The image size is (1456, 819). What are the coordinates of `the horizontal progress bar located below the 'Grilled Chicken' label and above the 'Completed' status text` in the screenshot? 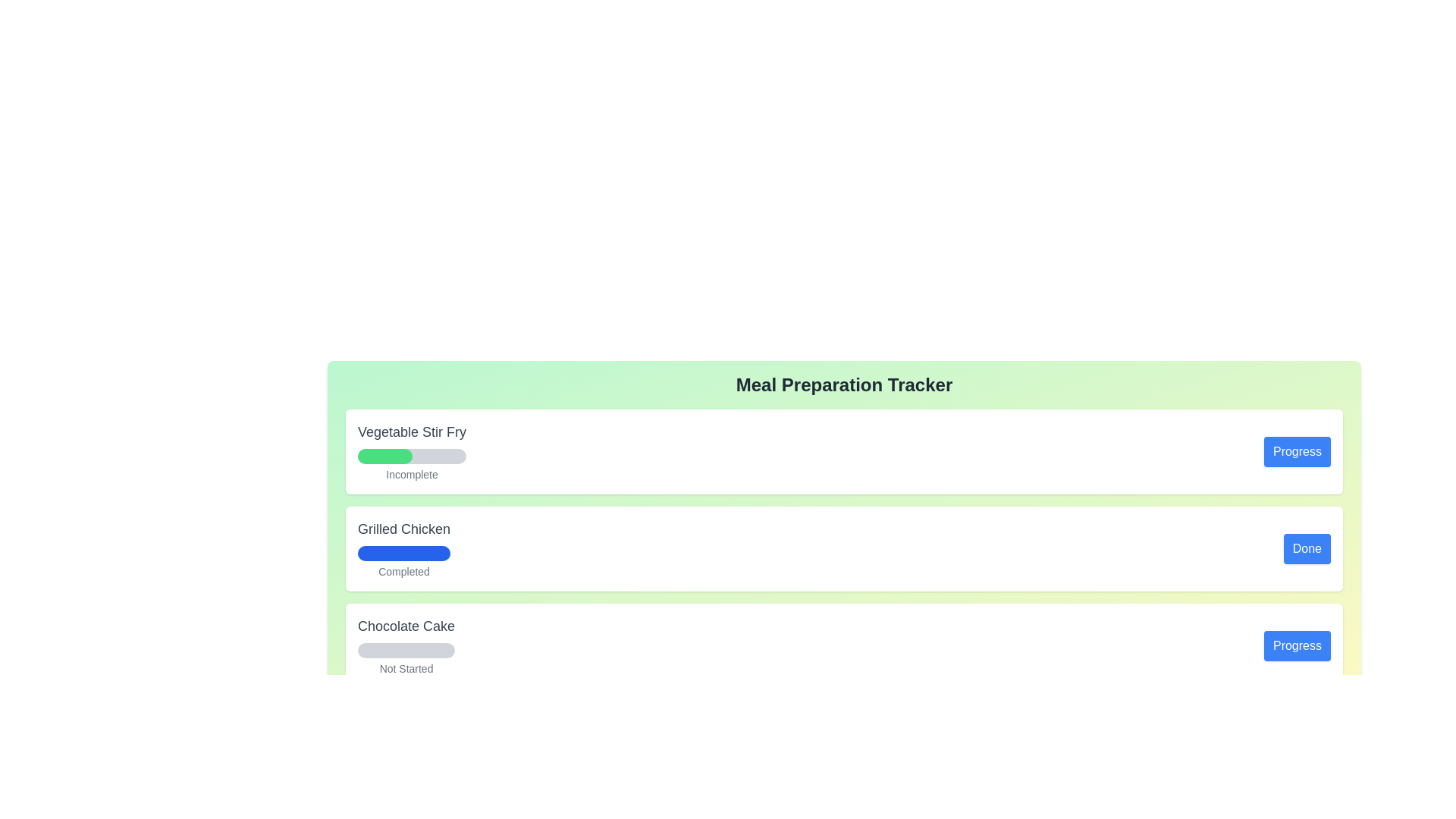 It's located at (403, 553).